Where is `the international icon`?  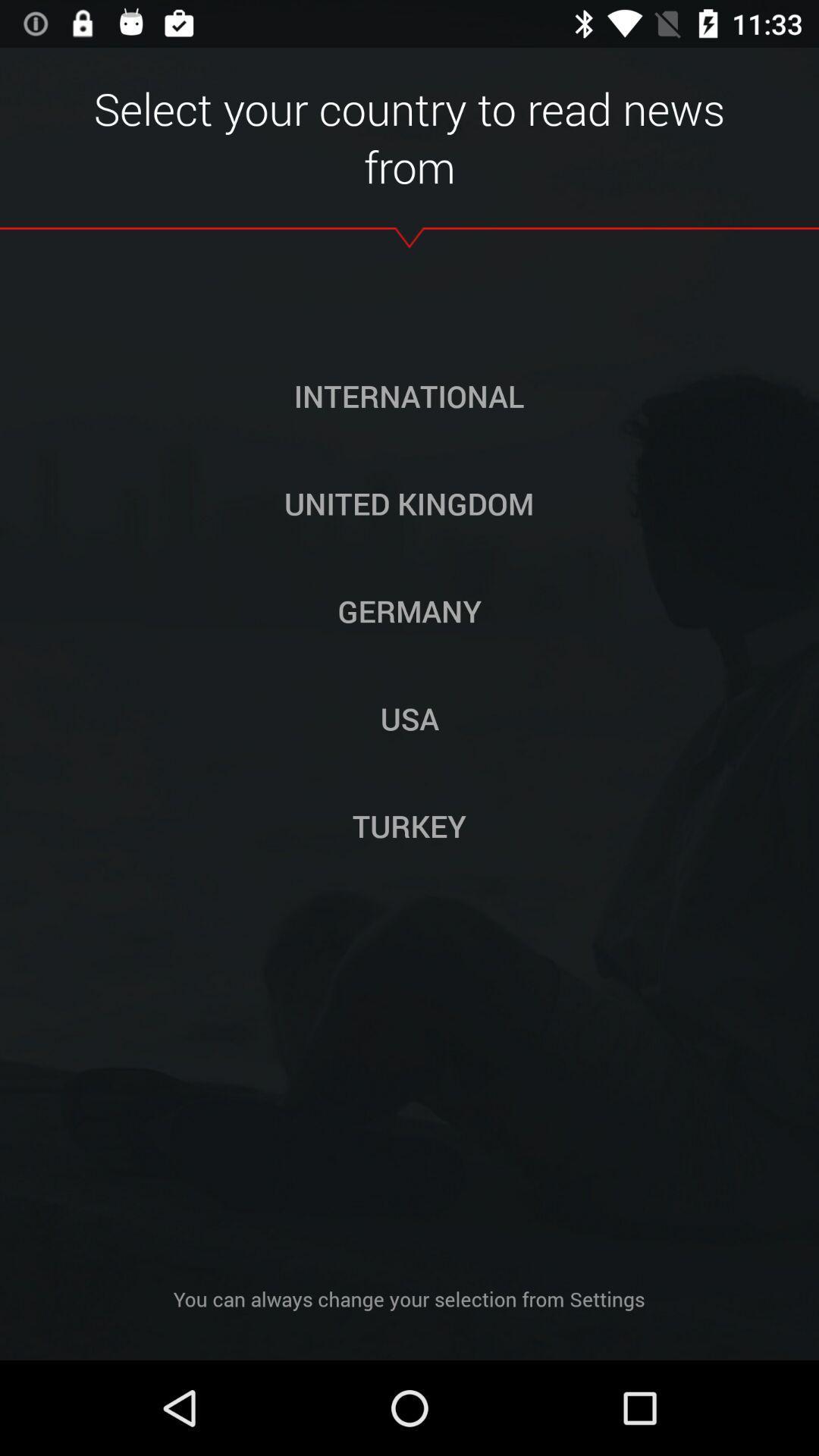 the international icon is located at coordinates (408, 396).